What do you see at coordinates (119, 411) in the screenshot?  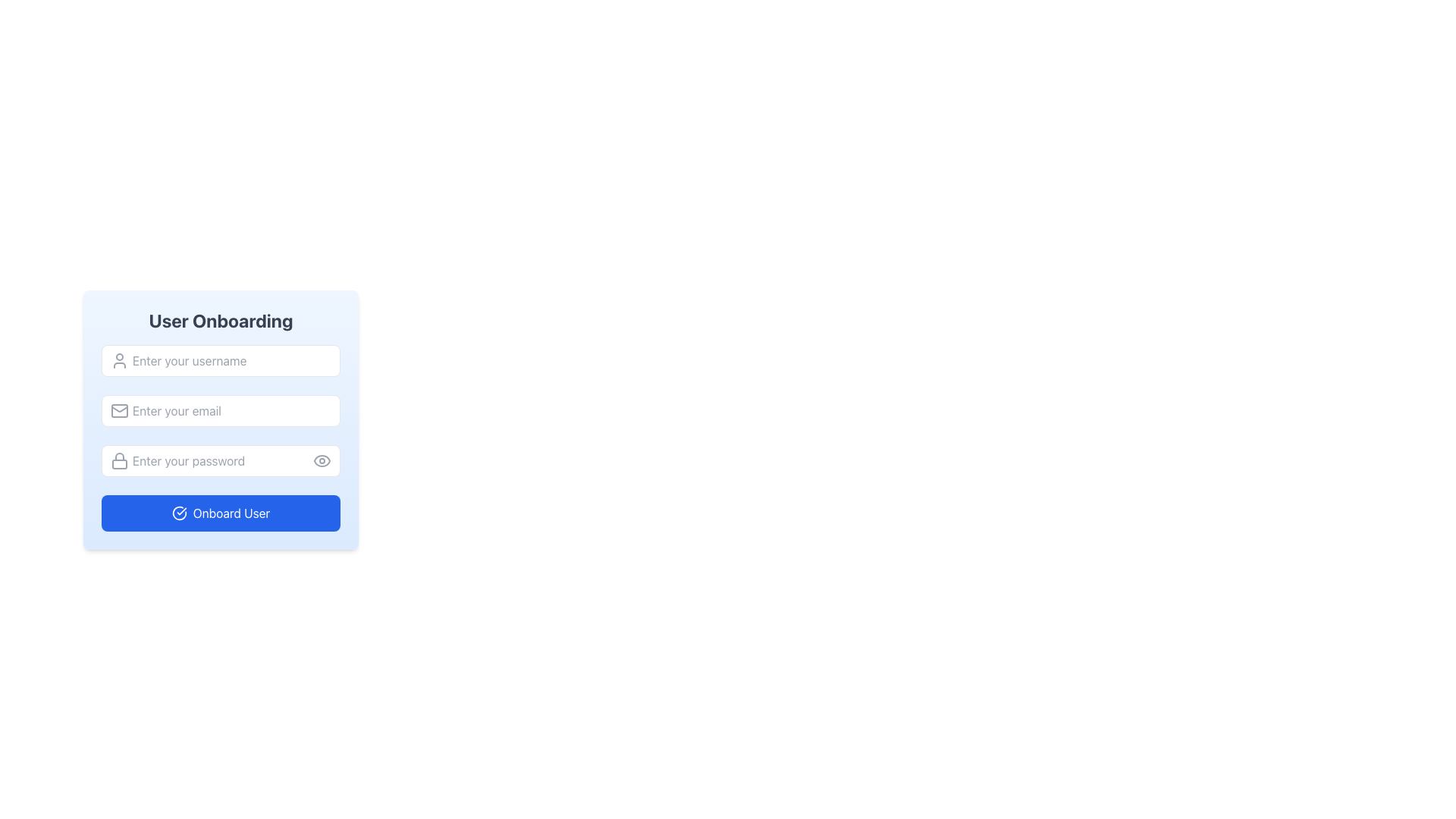 I see `the envelope icon located to the left of the email entry field, which is a rectangular shape with rounded corners and minimalistic styling, serving as a visual identifier for the field's purpose` at bounding box center [119, 411].